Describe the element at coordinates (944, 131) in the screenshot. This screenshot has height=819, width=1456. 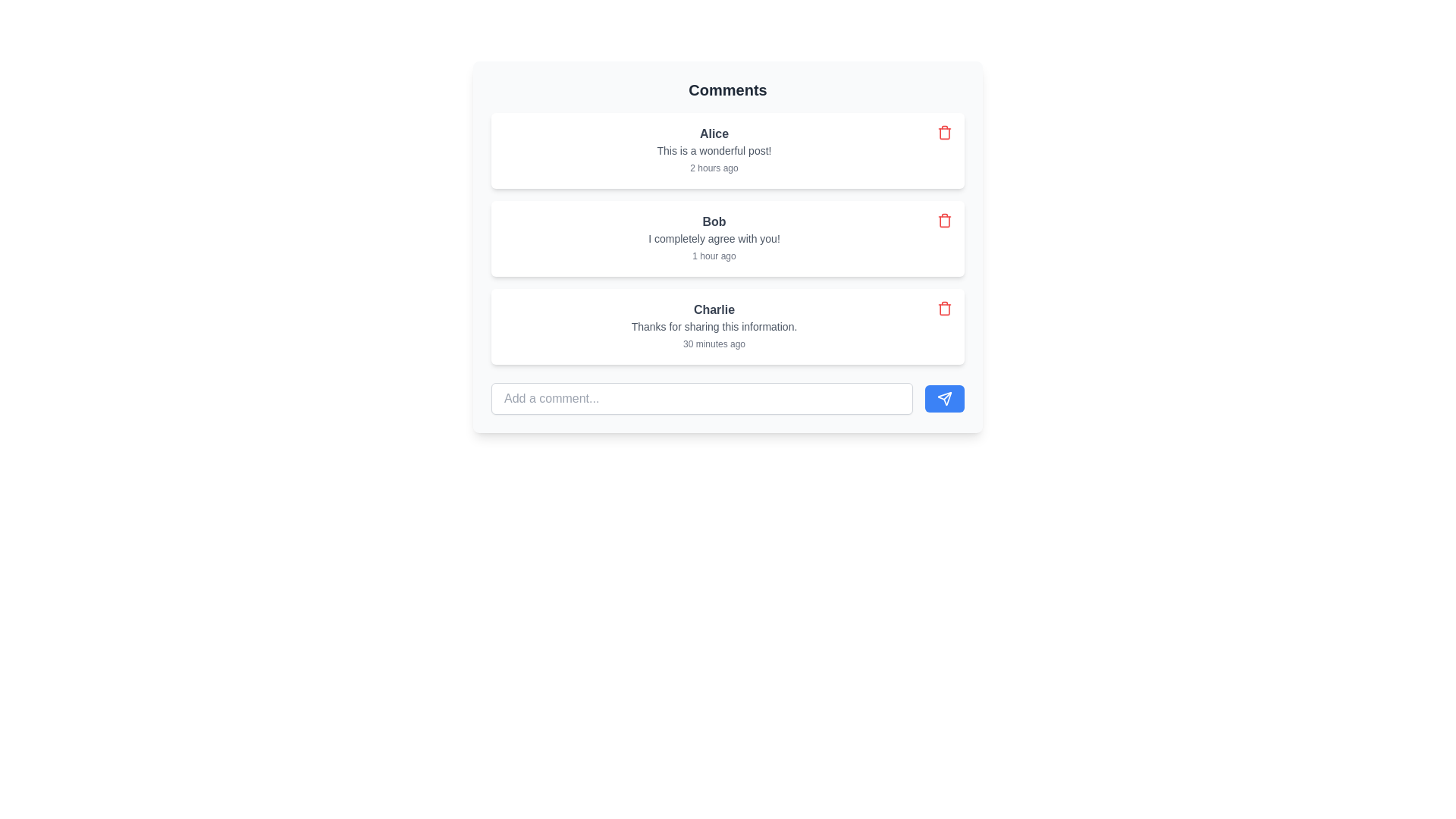
I see `the delete button icon located to the right of Alice's topmost comment` at that location.